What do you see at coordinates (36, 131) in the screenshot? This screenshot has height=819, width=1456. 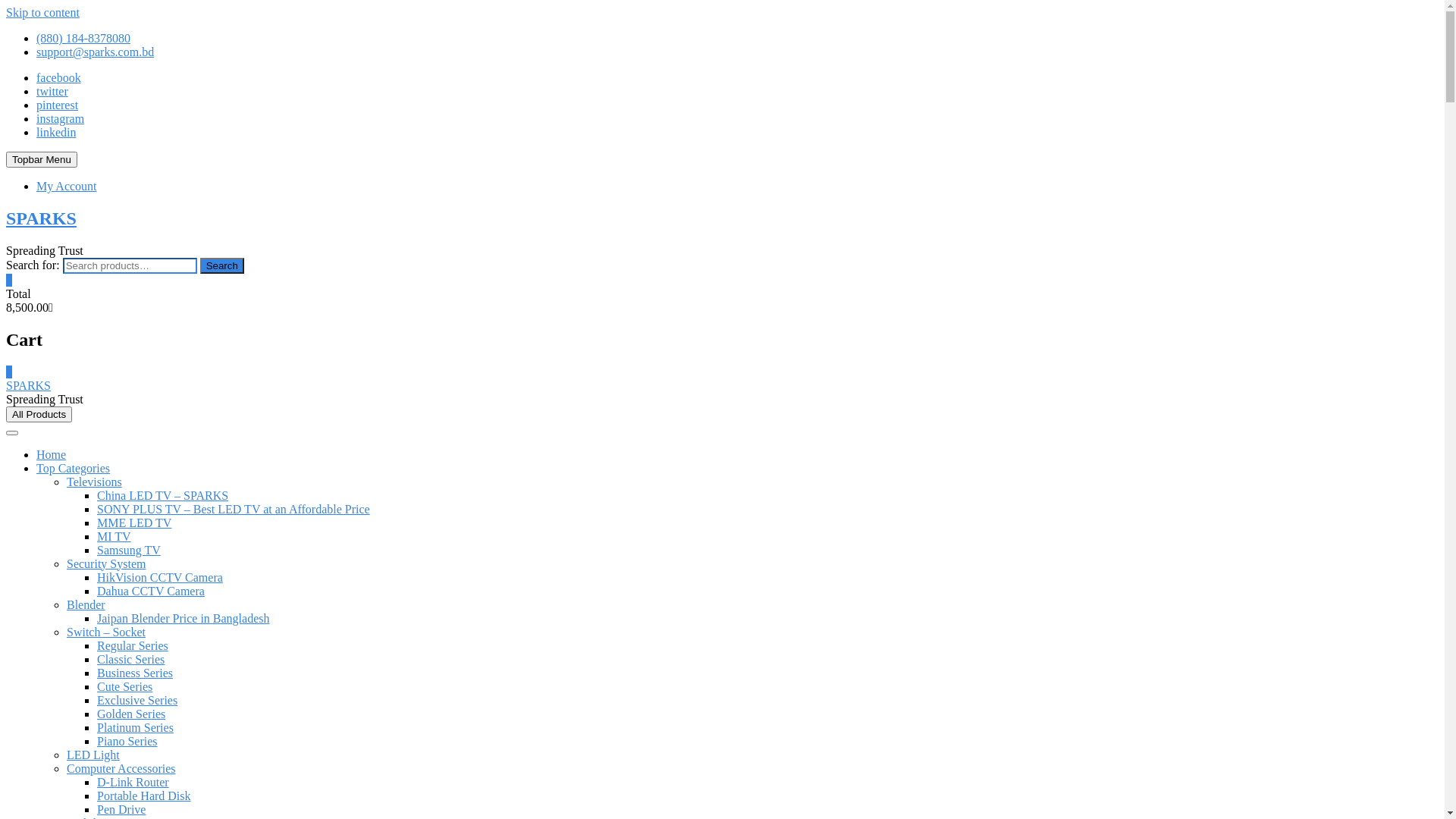 I see `'linkedin'` at bounding box center [36, 131].